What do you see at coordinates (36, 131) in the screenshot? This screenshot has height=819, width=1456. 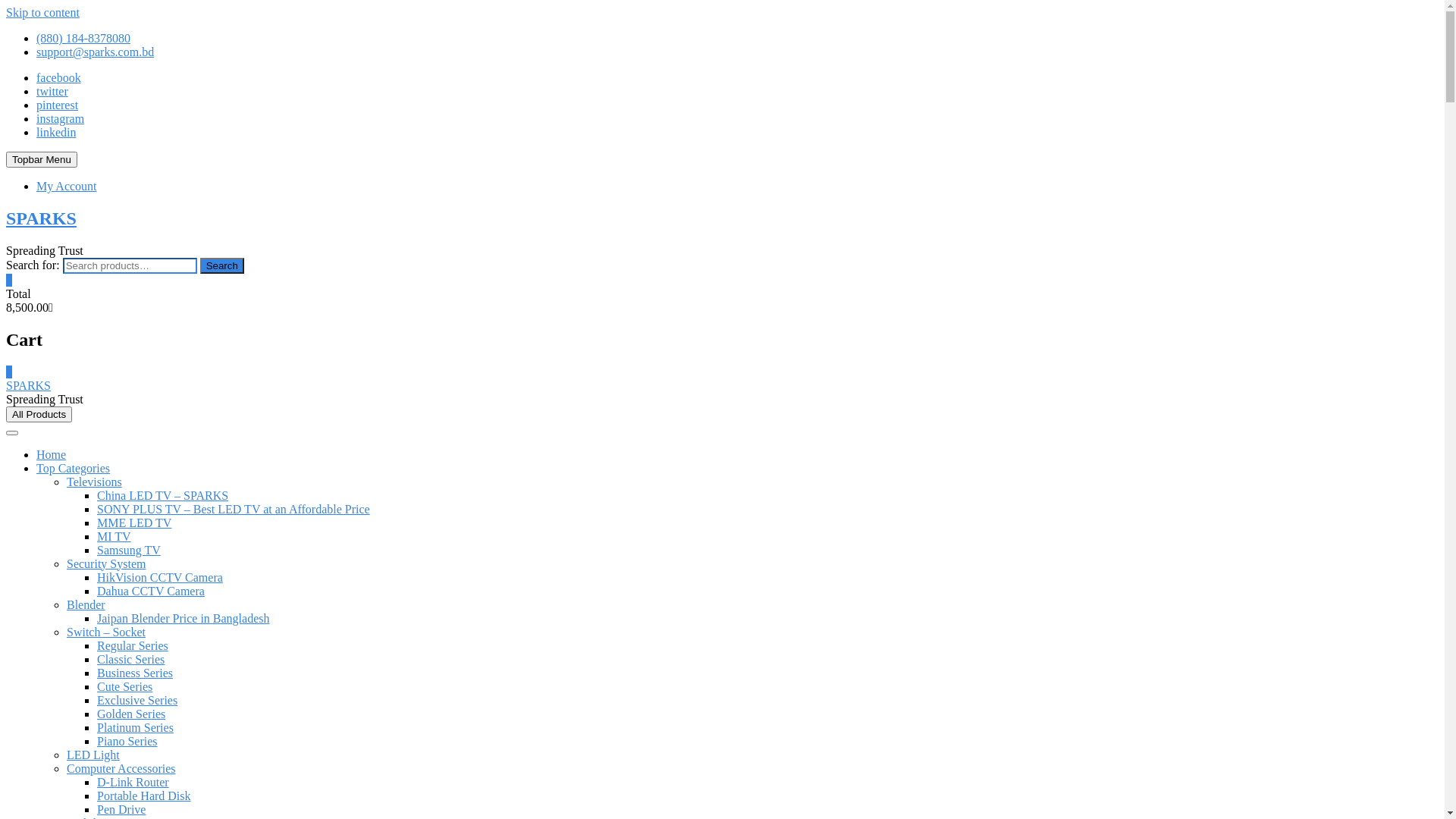 I see `'linkedin'` at bounding box center [36, 131].